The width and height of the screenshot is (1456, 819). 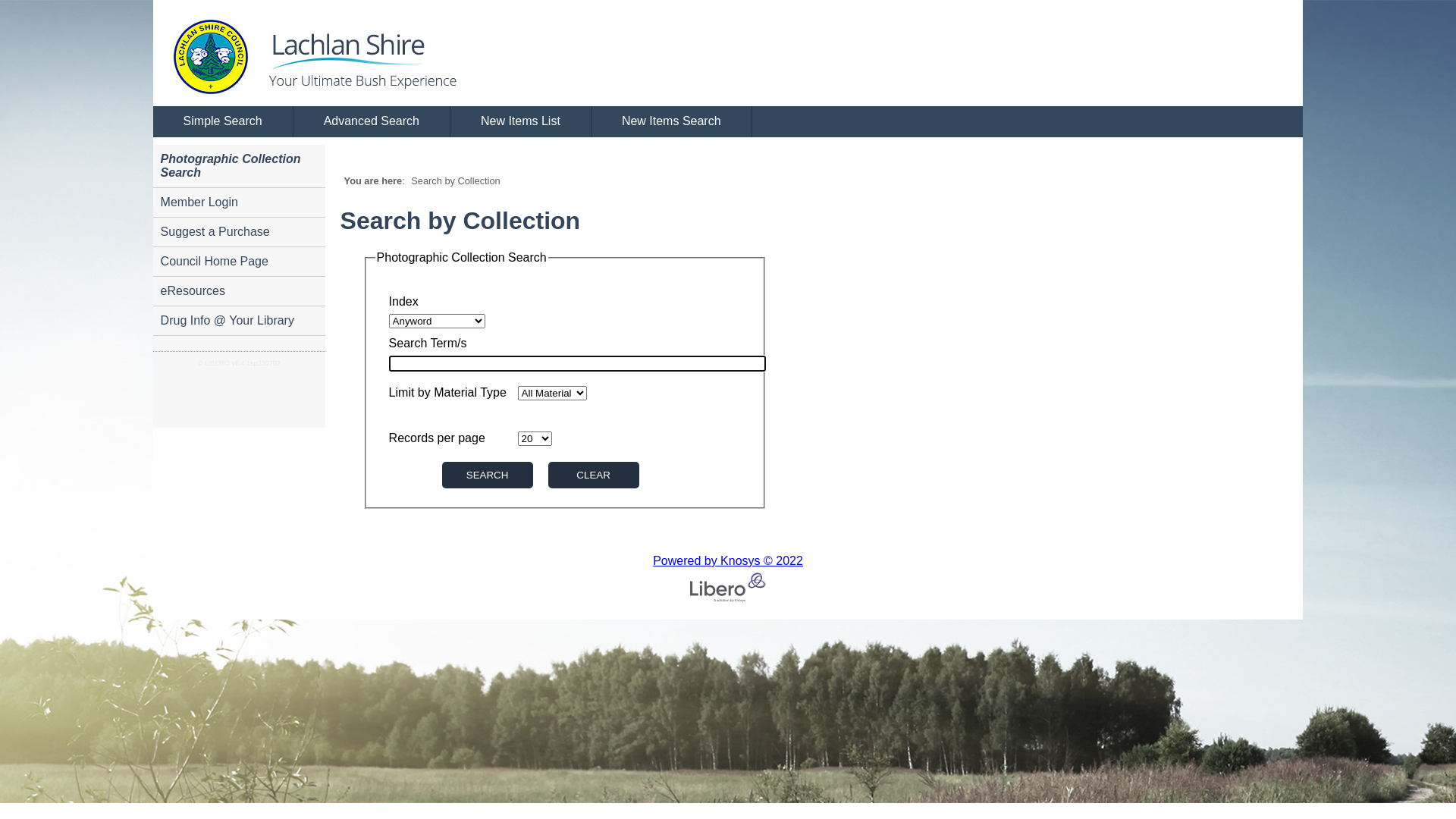 What do you see at coordinates (441, 474) in the screenshot?
I see `'Alt-1'` at bounding box center [441, 474].